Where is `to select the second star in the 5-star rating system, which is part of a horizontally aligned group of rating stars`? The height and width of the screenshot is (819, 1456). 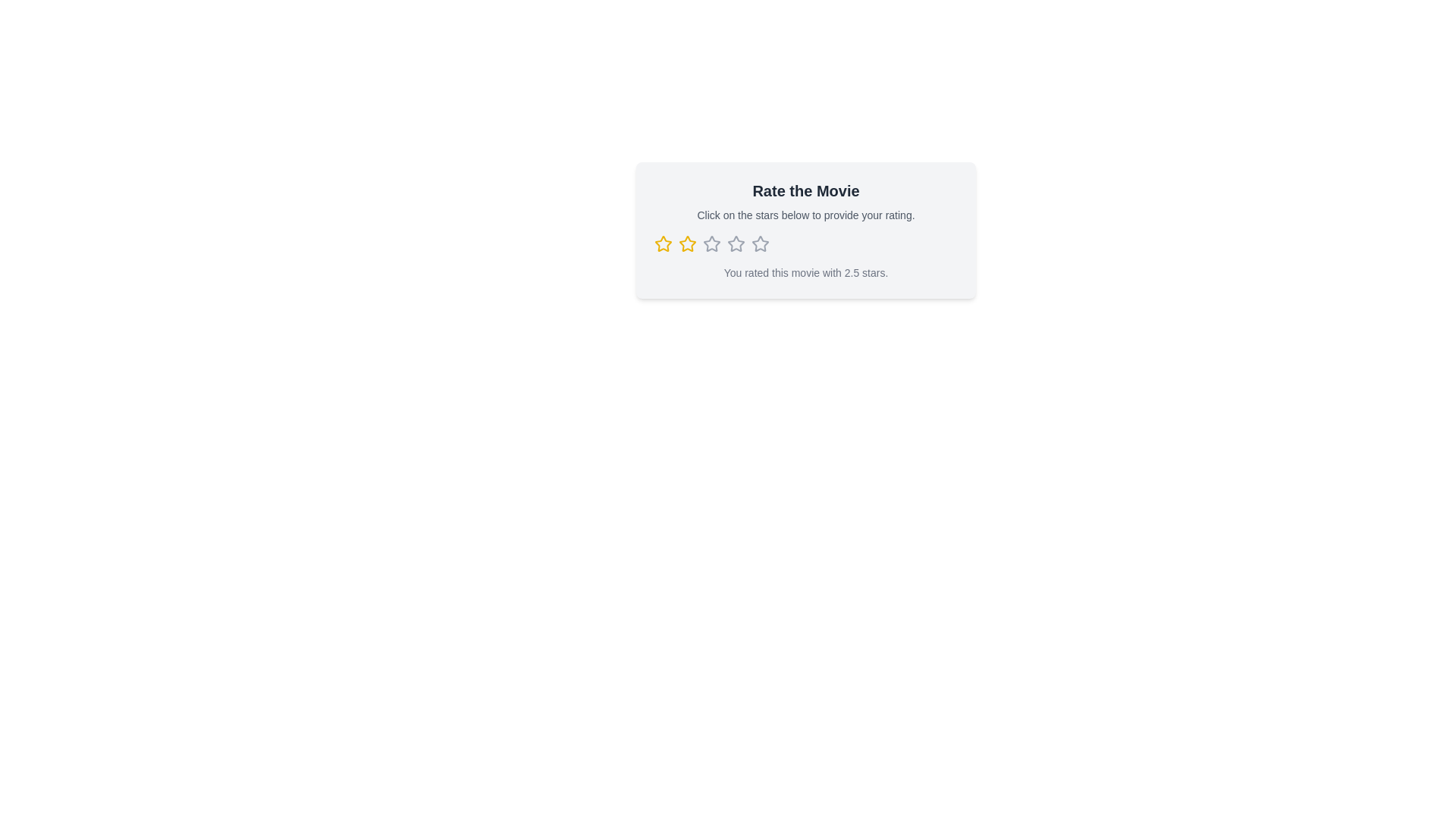
to select the second star in the 5-star rating system, which is part of a horizontally aligned group of rating stars is located at coordinates (687, 243).